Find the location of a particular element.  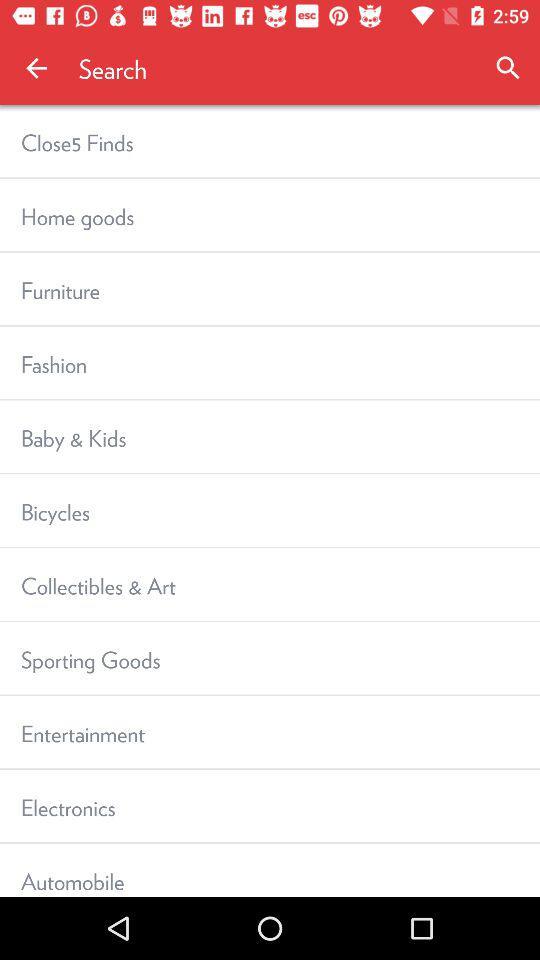

icon above close5 finds icon is located at coordinates (36, 68).